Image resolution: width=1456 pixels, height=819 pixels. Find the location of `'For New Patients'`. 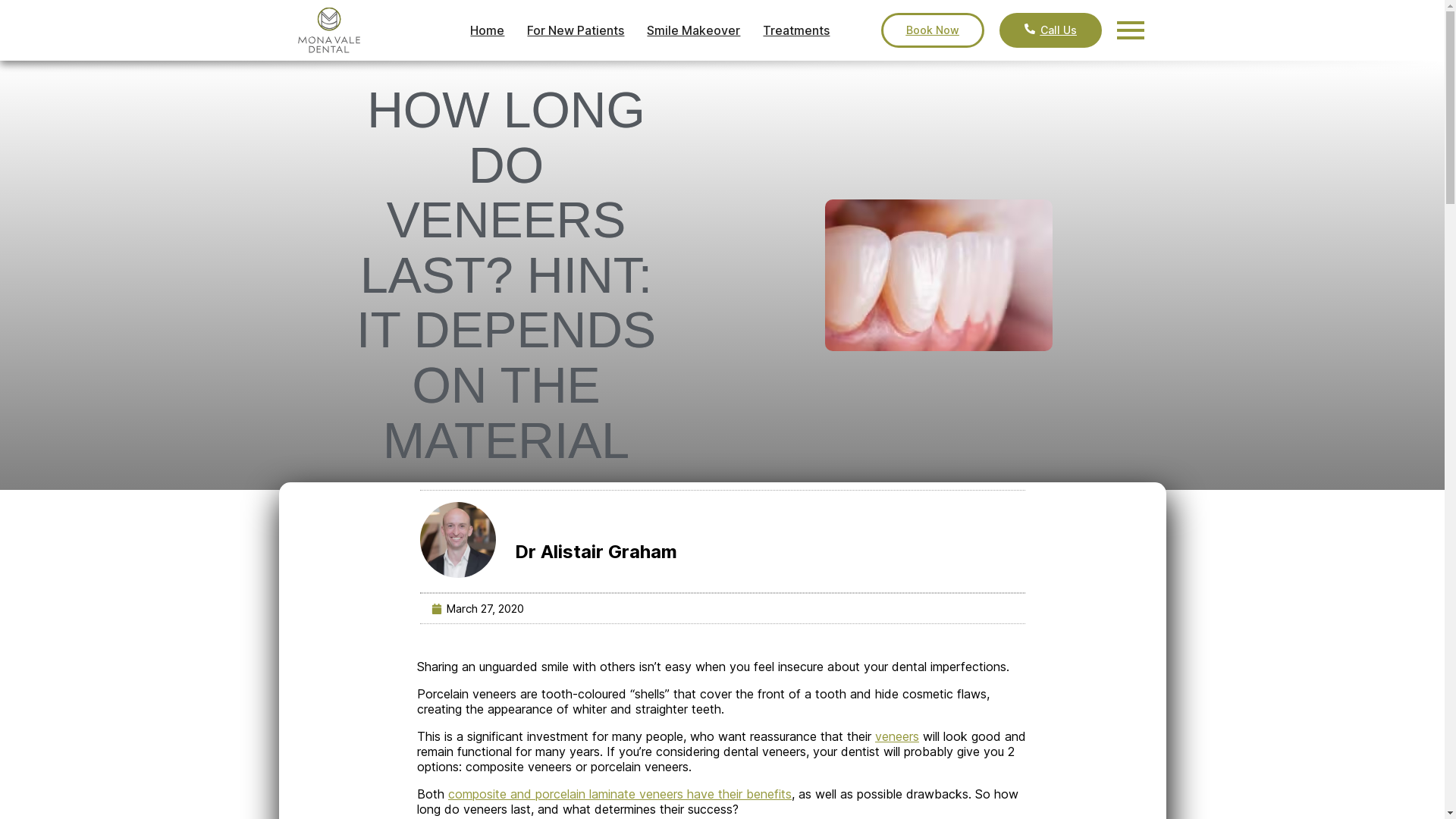

'For New Patients' is located at coordinates (516, 30).